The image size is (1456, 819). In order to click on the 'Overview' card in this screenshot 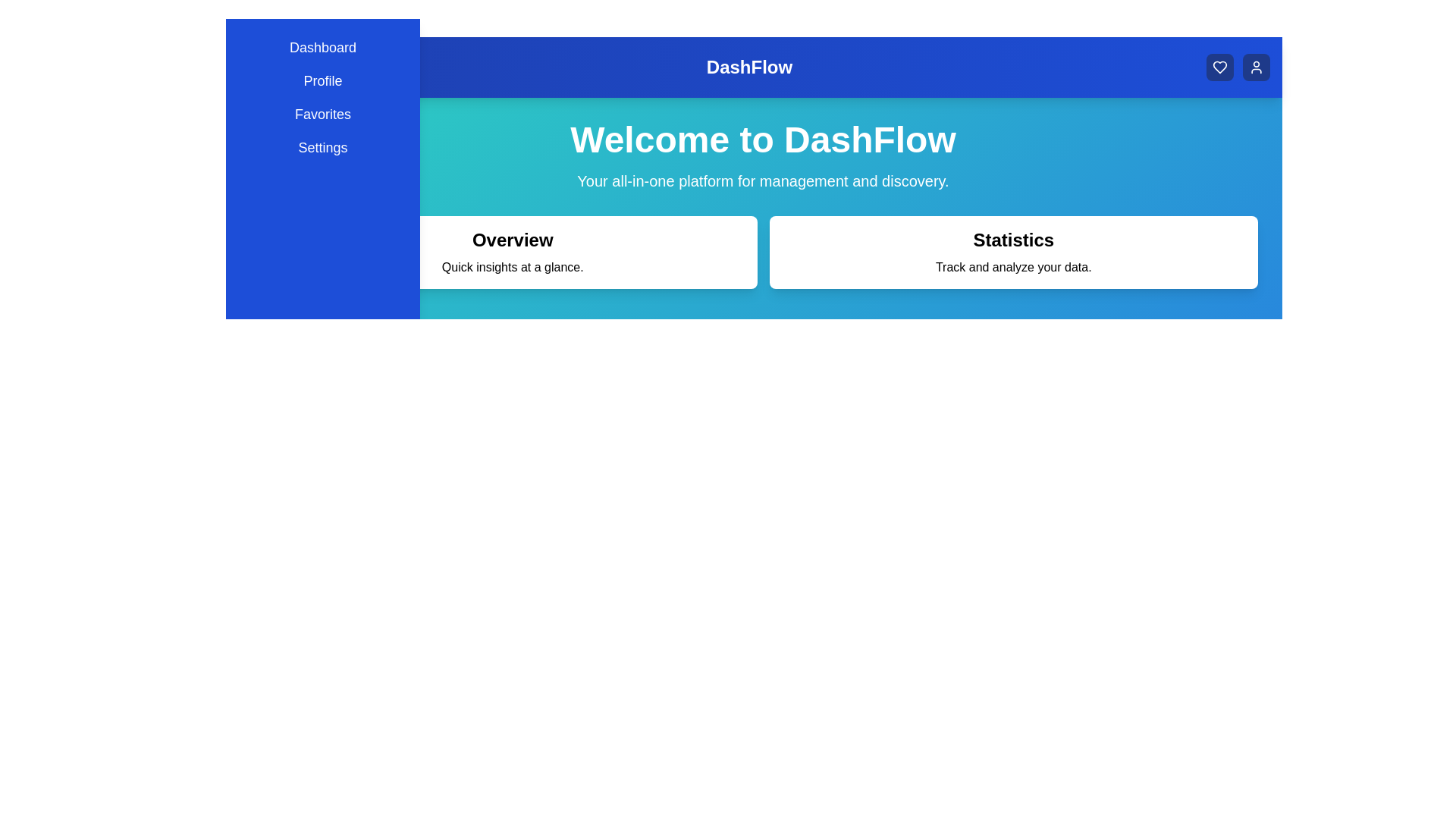, I will do `click(513, 251)`.